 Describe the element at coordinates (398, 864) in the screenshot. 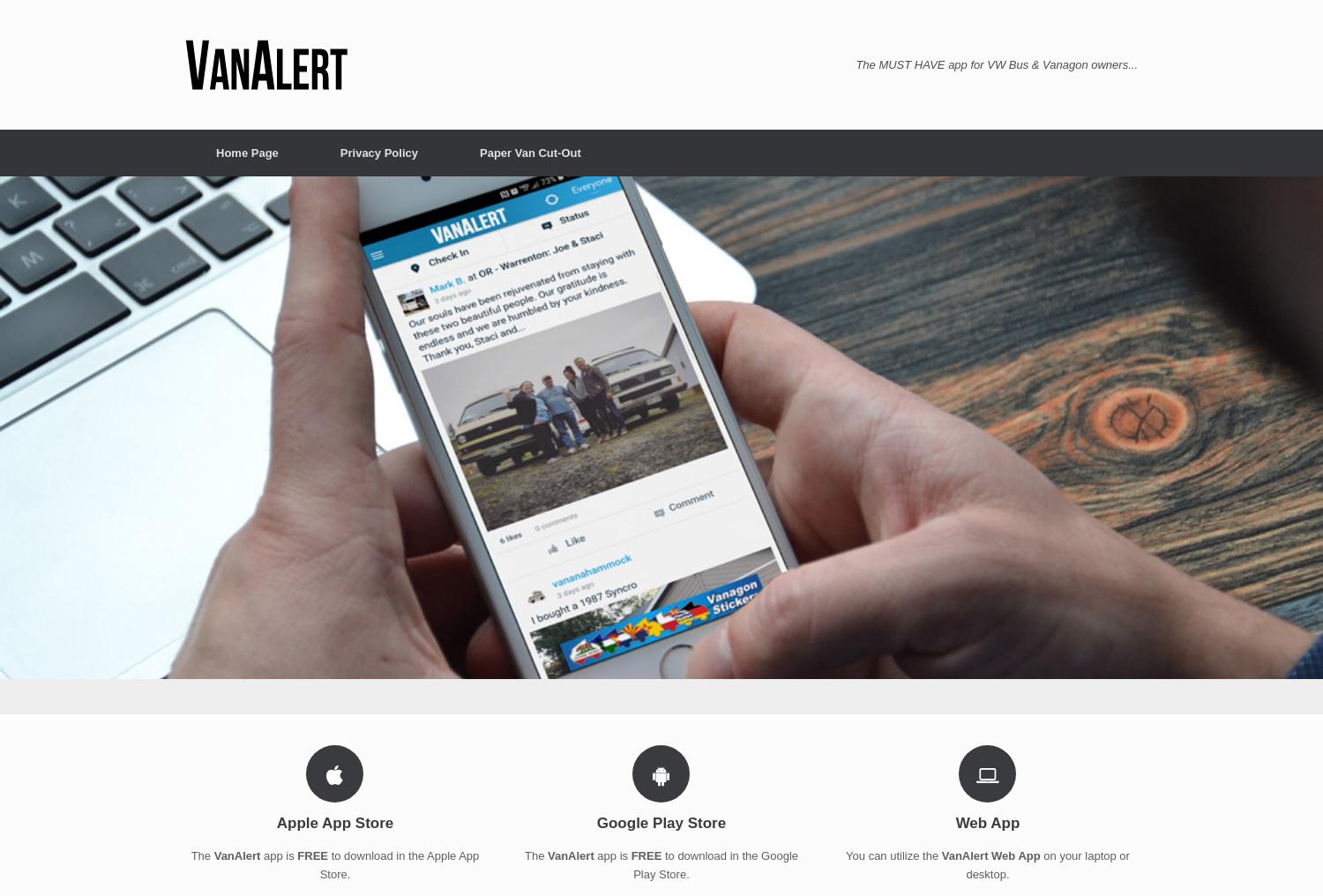

I see `'to download in the Apple App Store.'` at that location.